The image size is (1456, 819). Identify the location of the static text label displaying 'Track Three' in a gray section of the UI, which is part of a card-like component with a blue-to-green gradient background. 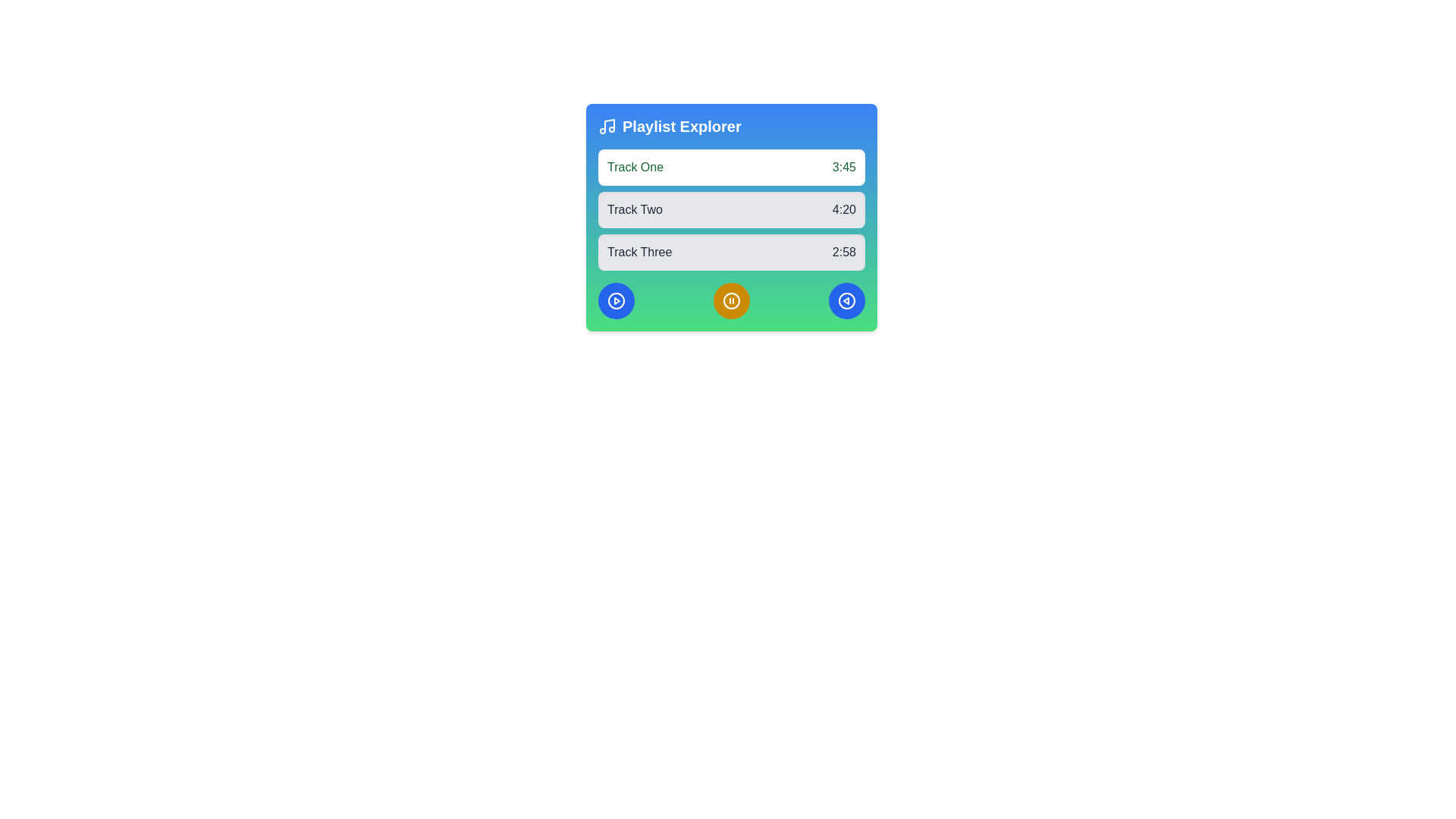
(639, 251).